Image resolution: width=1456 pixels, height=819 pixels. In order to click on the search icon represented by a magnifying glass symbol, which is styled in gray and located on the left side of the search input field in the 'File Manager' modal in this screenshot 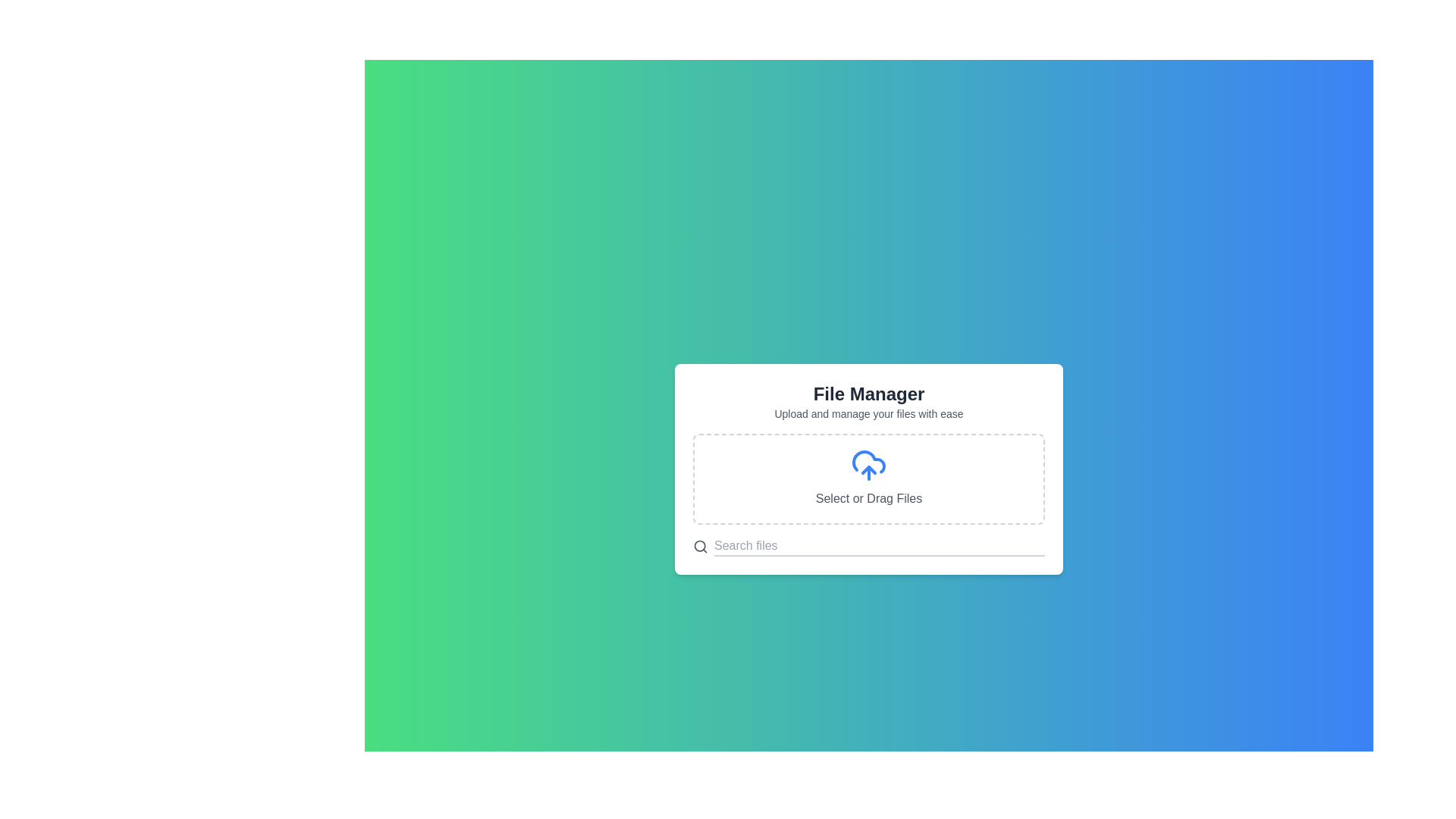, I will do `click(700, 547)`.